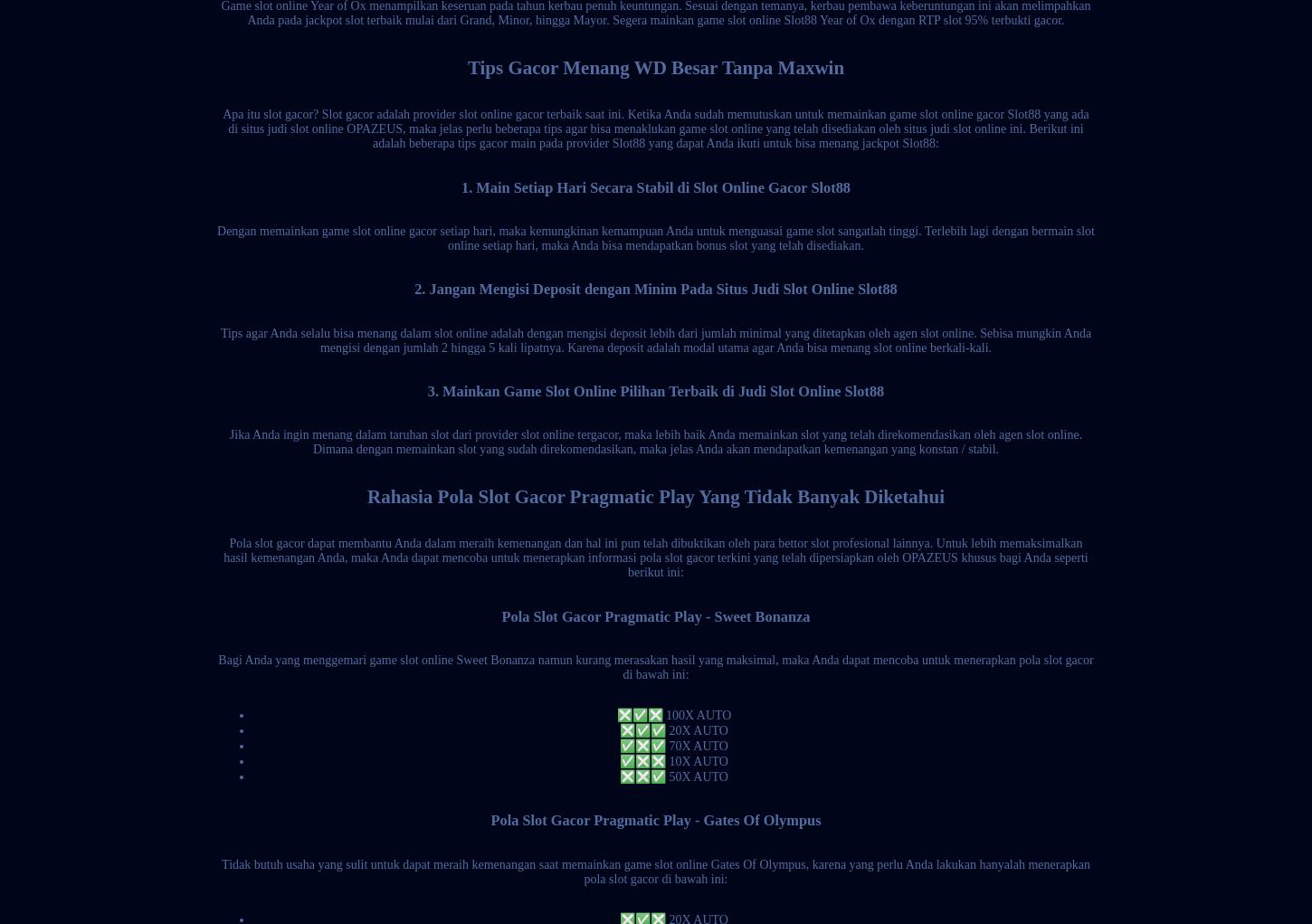 The width and height of the screenshot is (1312, 924). What do you see at coordinates (673, 744) in the screenshot?
I see `'✅❎✅ 70X AUTO'` at bounding box center [673, 744].